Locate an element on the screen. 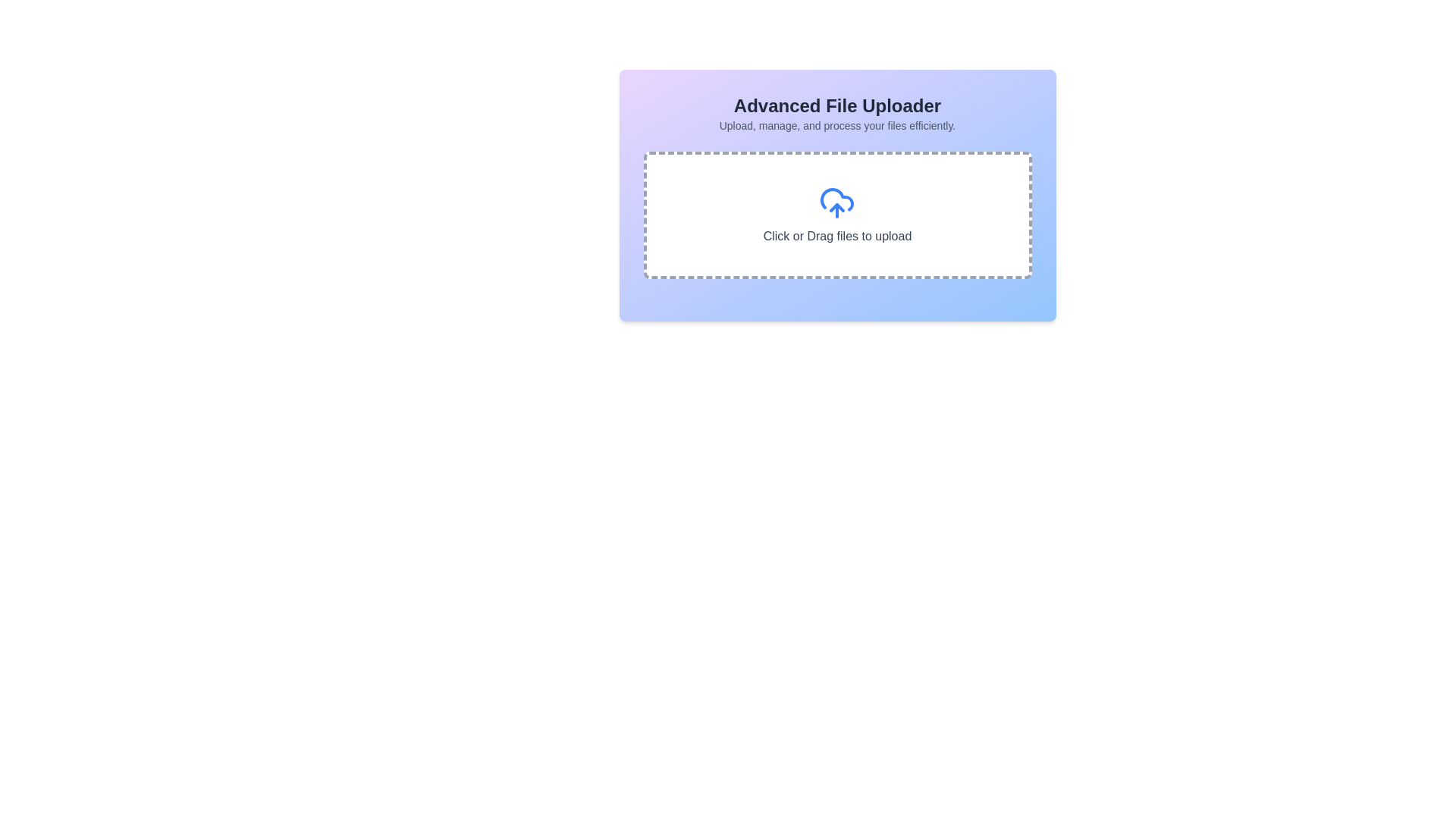 The width and height of the screenshot is (1456, 819). the blue upload icon, which is a graphical depiction of an upward-pointing arrow inside a cloud, located at the center of a dashed-bordered rectangular area is located at coordinates (836, 207).